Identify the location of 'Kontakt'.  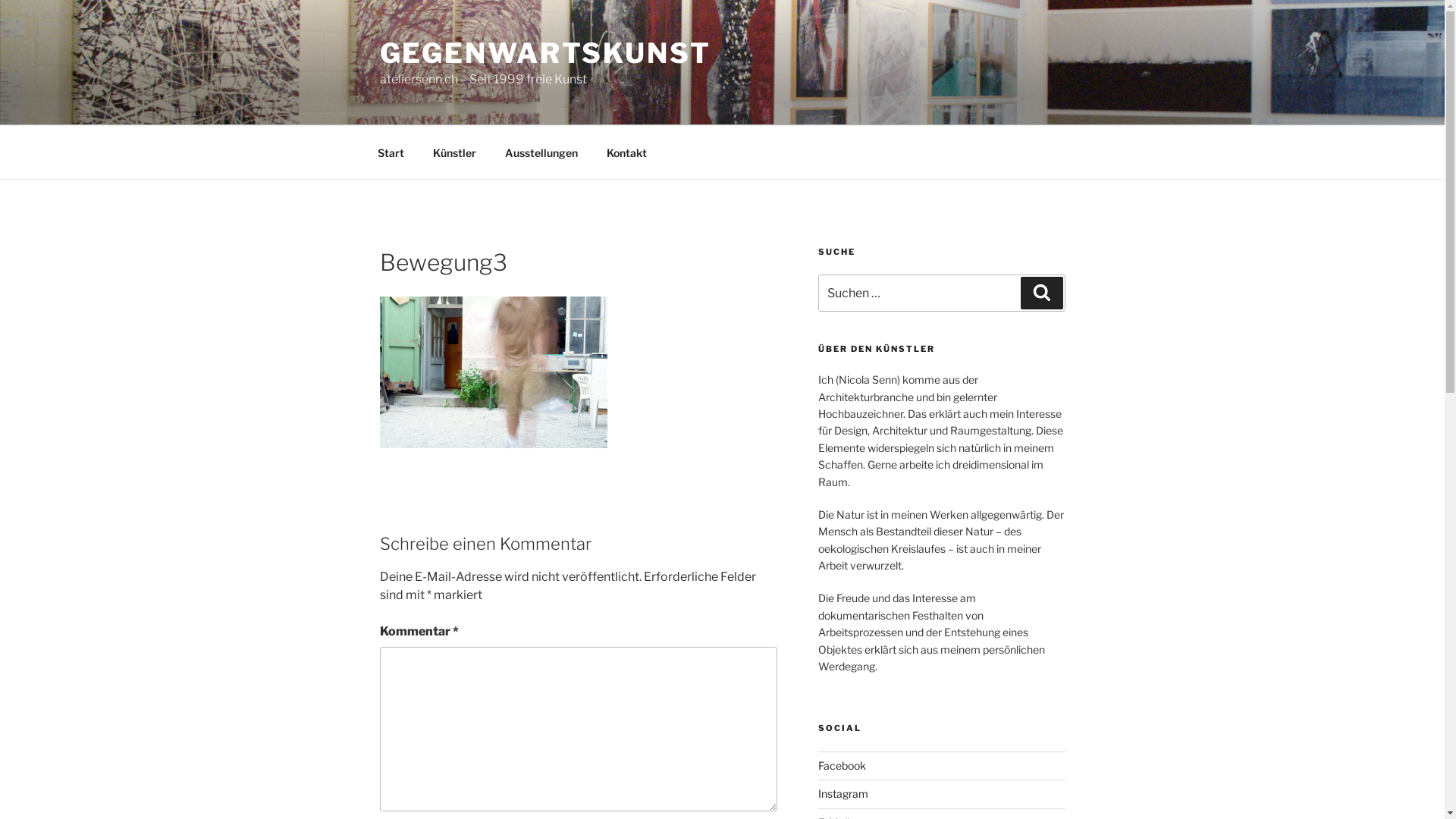
(626, 152).